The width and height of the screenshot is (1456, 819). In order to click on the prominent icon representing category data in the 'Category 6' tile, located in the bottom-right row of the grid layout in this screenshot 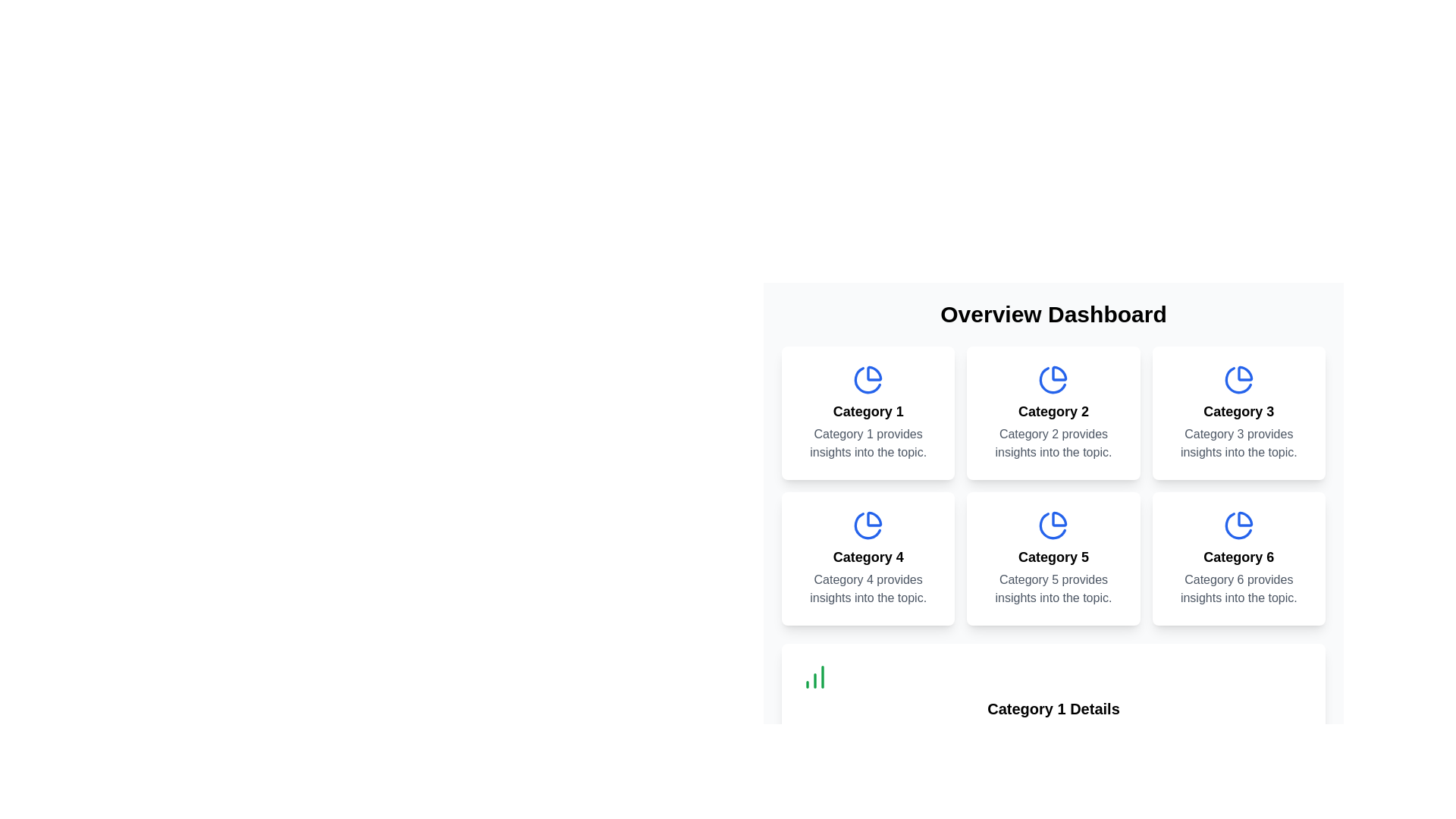, I will do `click(1238, 525)`.